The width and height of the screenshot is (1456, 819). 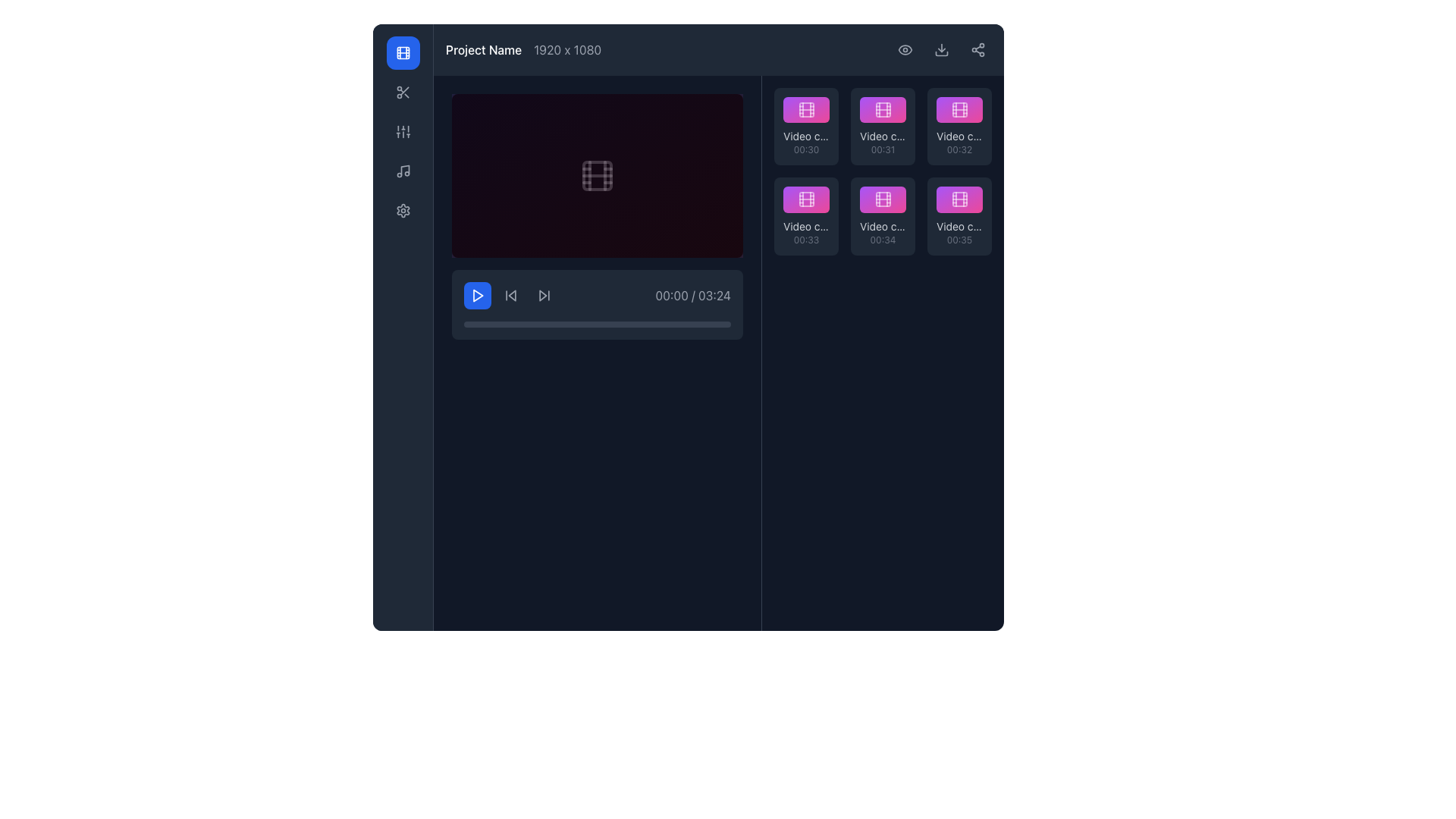 What do you see at coordinates (544, 295) in the screenshot?
I see `the skip-forward button located to the right of the previous media control icon` at bounding box center [544, 295].